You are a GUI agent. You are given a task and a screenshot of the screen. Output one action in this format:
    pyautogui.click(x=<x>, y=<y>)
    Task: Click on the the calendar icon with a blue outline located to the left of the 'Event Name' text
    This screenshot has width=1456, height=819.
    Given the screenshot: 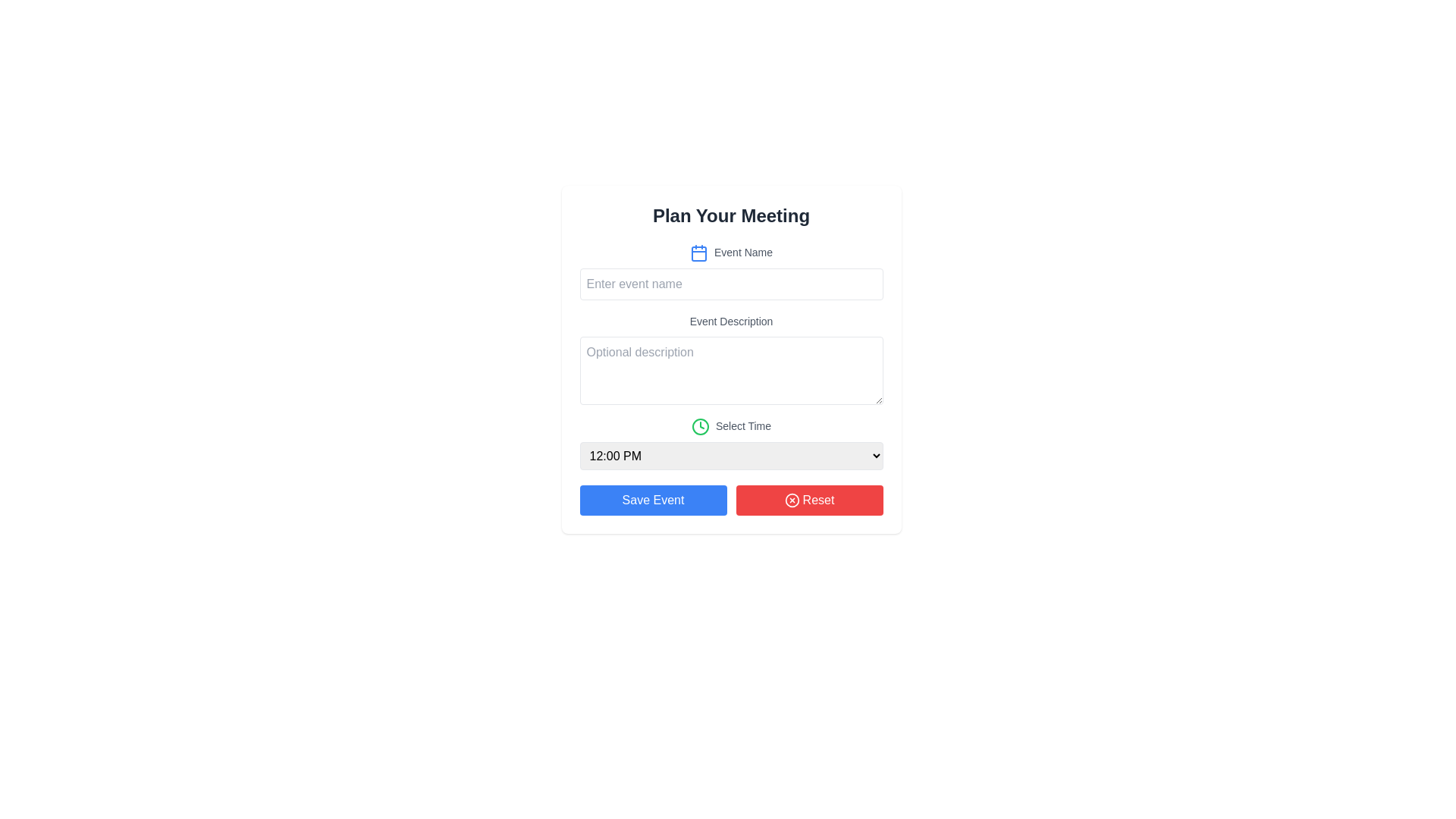 What is the action you would take?
    pyautogui.click(x=698, y=252)
    